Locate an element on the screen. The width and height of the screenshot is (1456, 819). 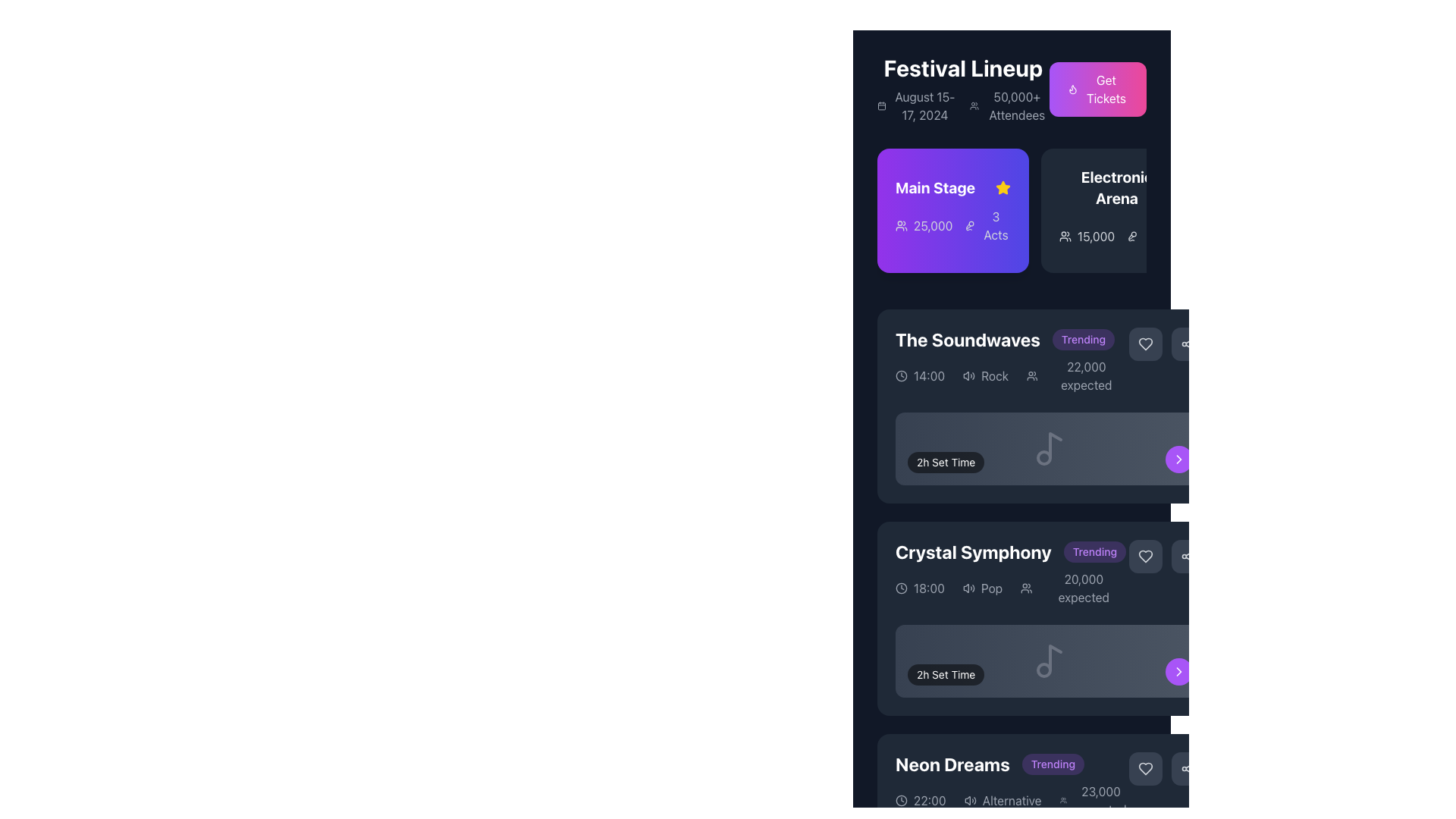
the static text label displaying the estimated number of attendees for the event in 'The Soundwaves' card header is located at coordinates (1085, 375).